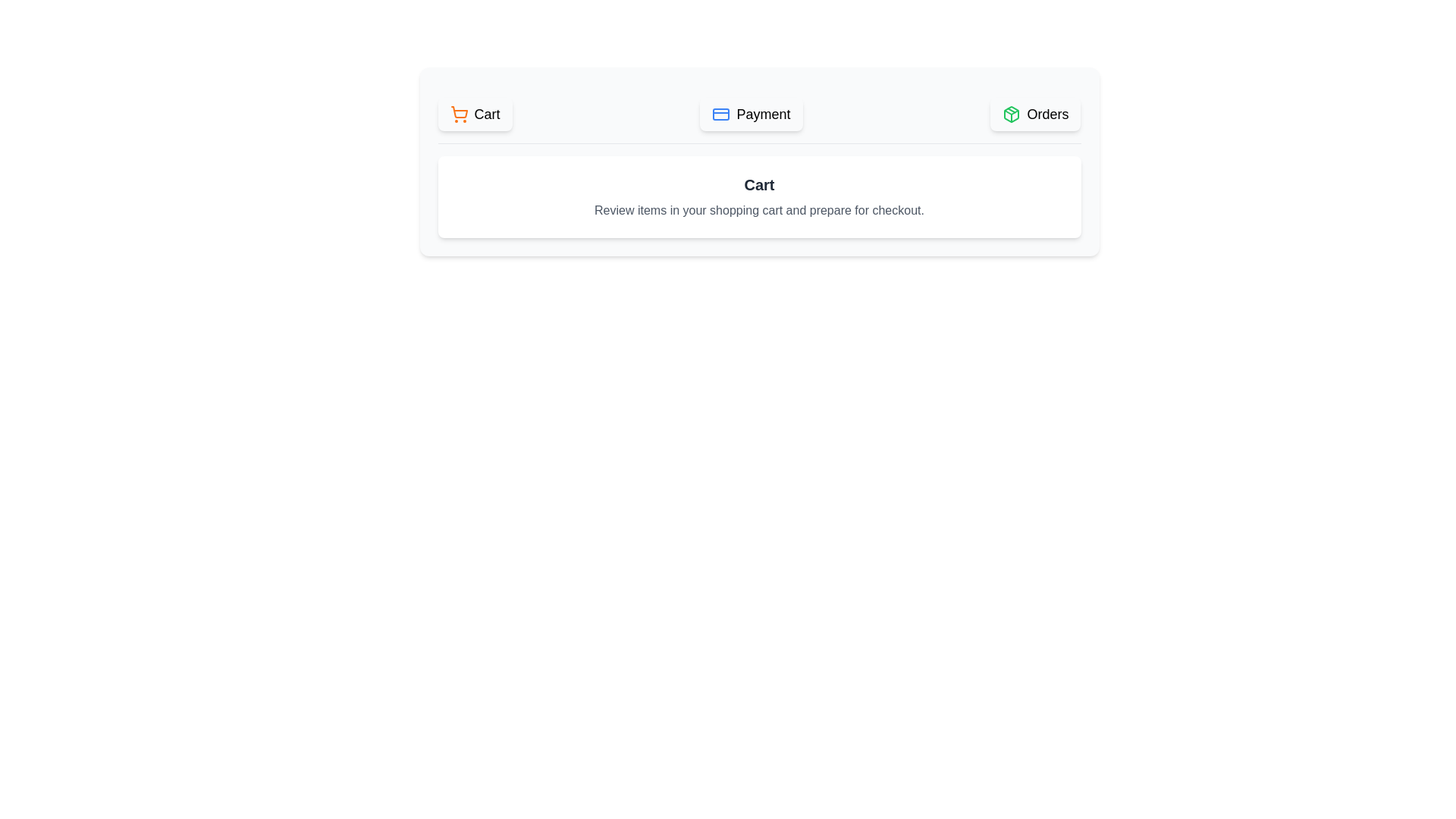  Describe the element at coordinates (474, 113) in the screenshot. I see `the Cart tab to activate it` at that location.